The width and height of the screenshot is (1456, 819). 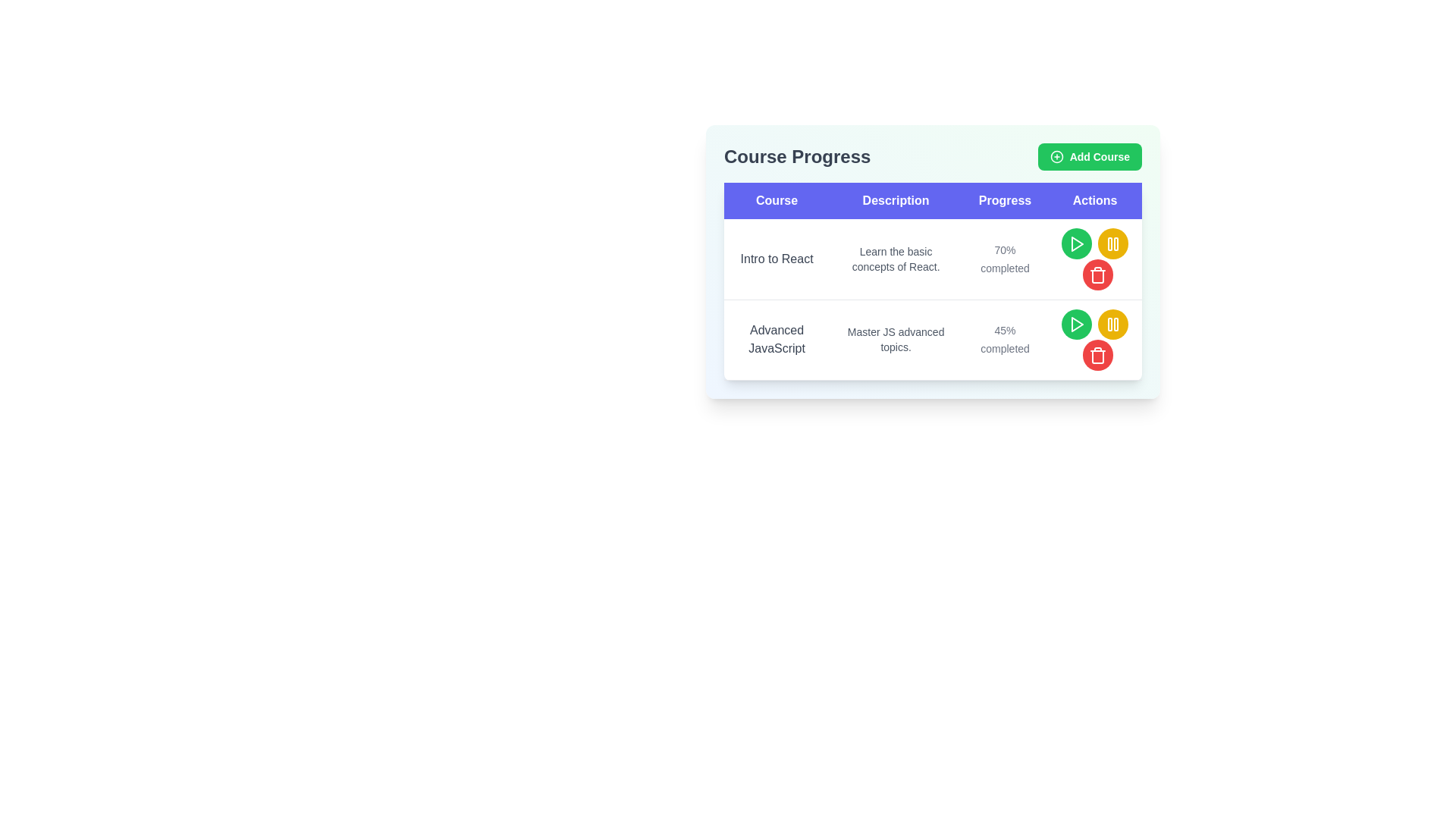 I want to click on the 'Description' column header in the table, which is the second header positioned between 'Course' and 'Progress', so click(x=896, y=200).